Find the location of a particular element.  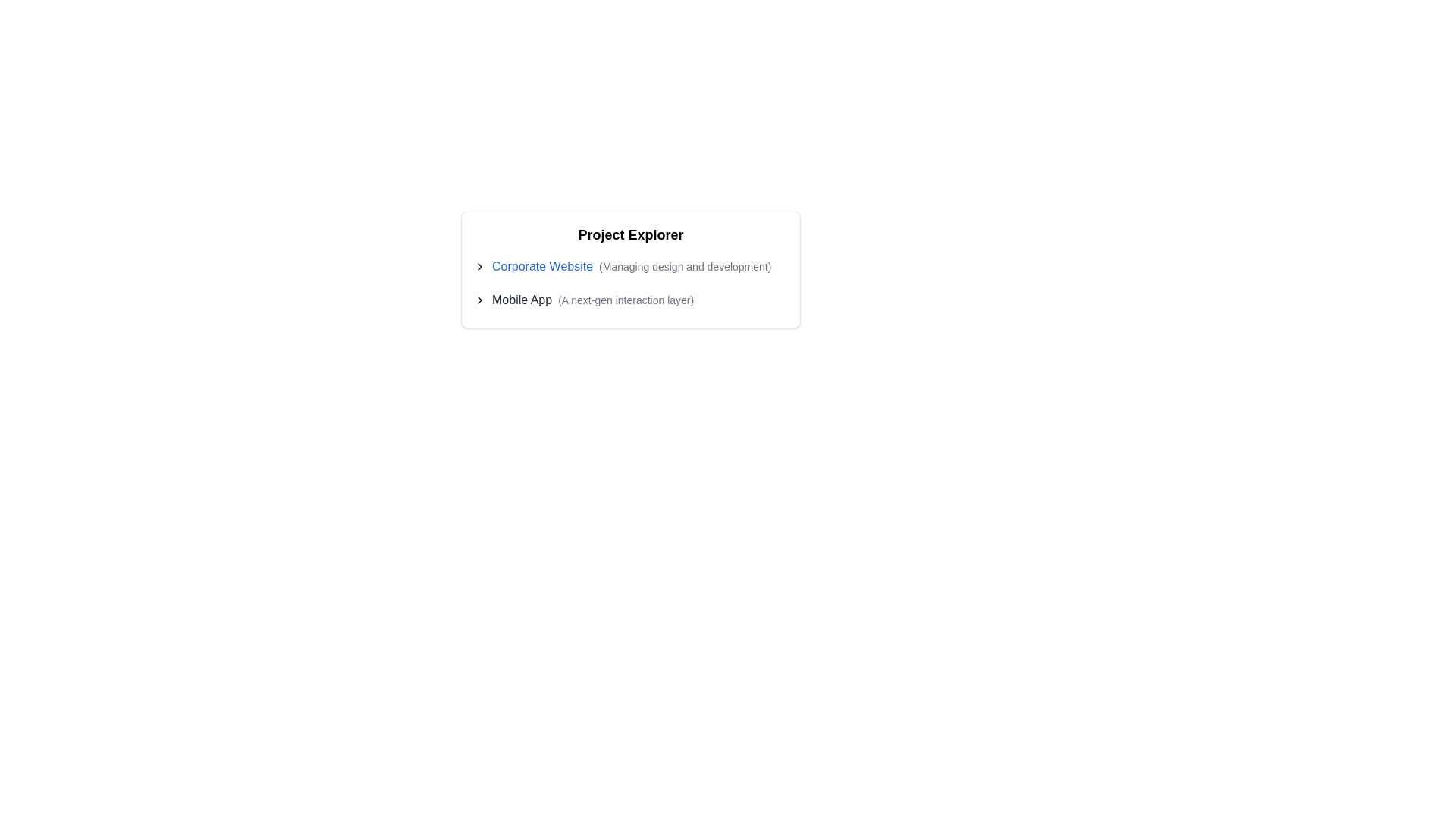

the project associated with the 'Mobile App' text label is located at coordinates (522, 300).